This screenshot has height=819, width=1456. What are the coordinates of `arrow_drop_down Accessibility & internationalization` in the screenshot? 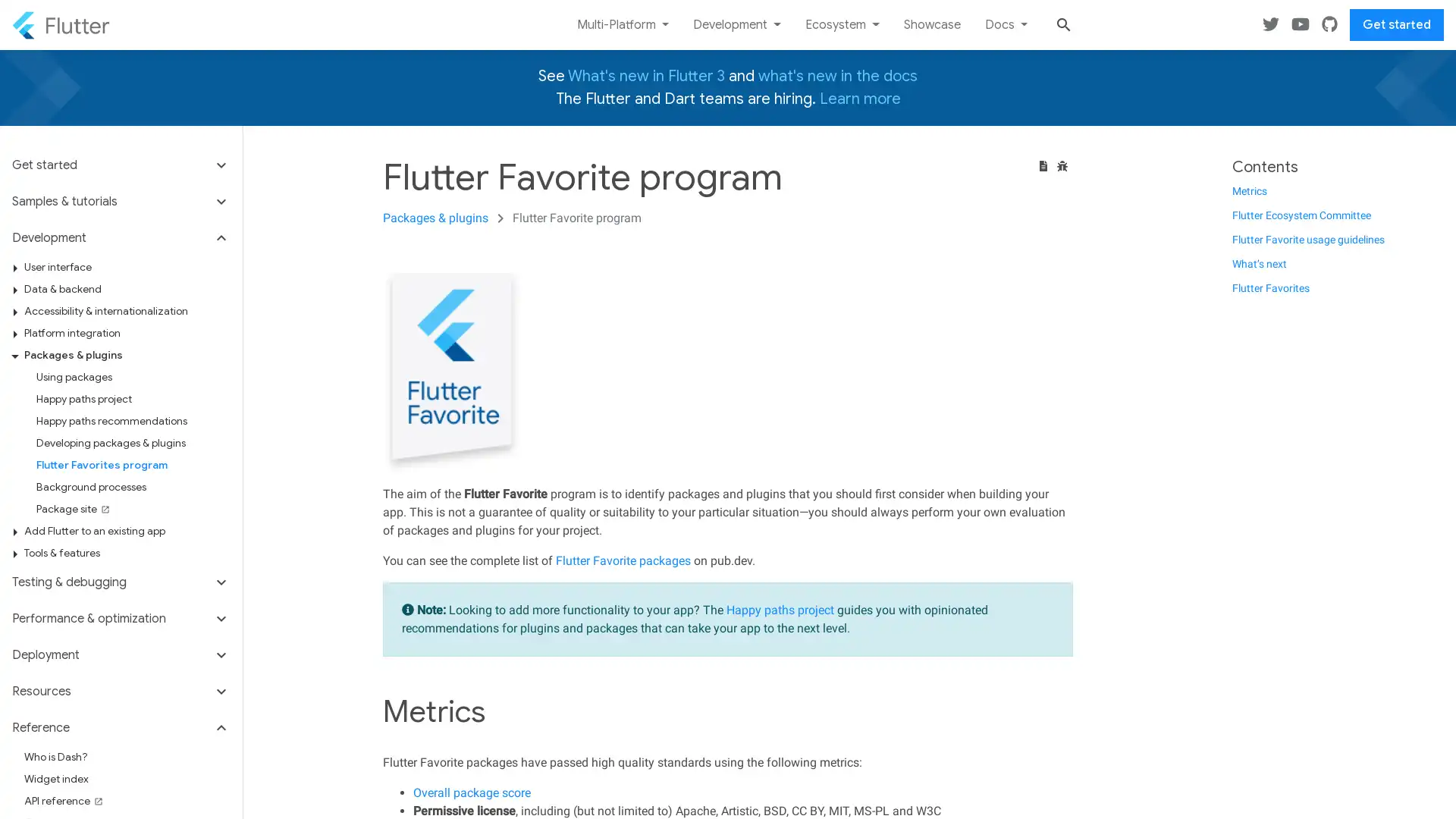 It's located at (127, 310).